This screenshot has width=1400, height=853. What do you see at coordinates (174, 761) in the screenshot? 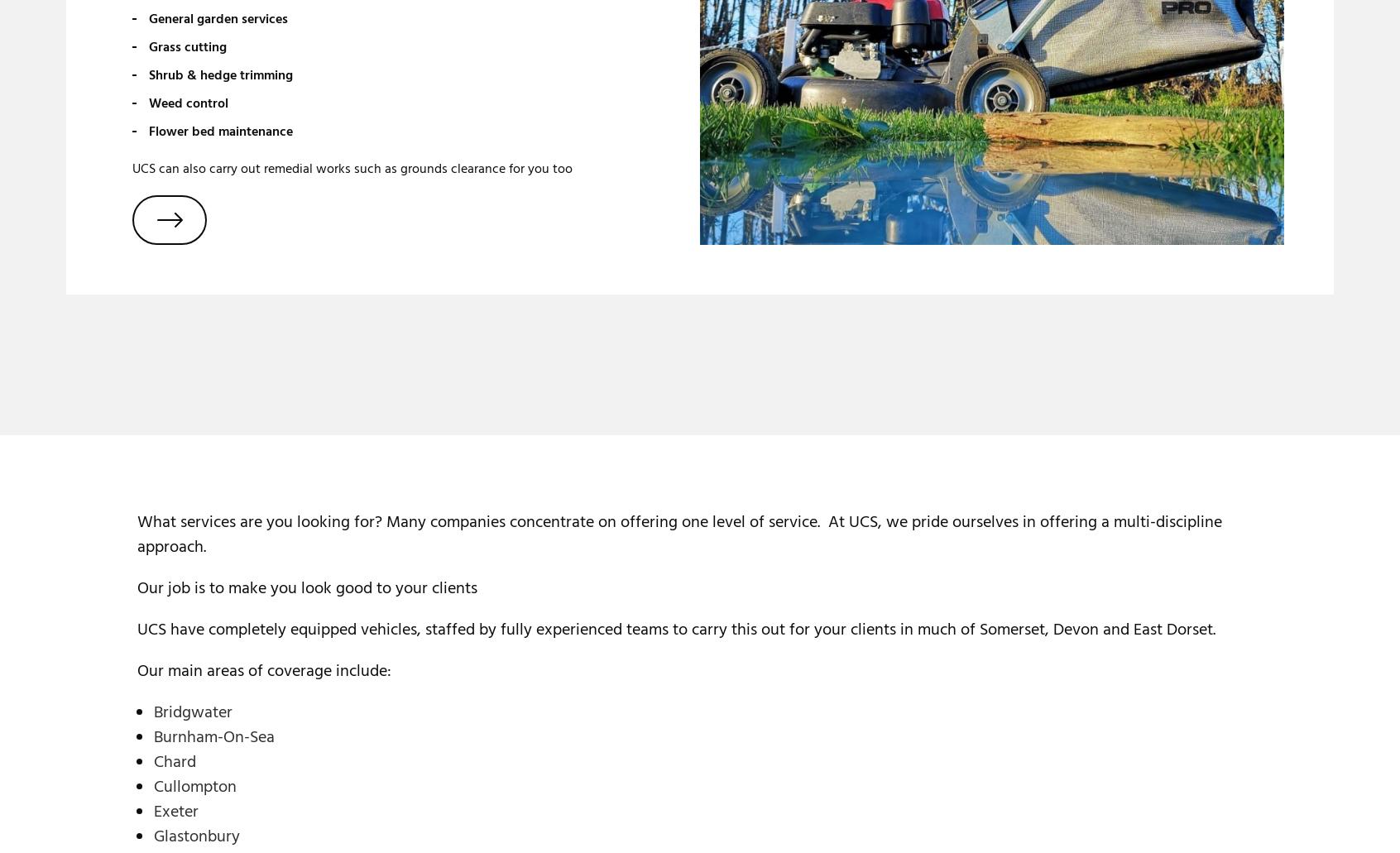
I see `'Chard'` at bounding box center [174, 761].